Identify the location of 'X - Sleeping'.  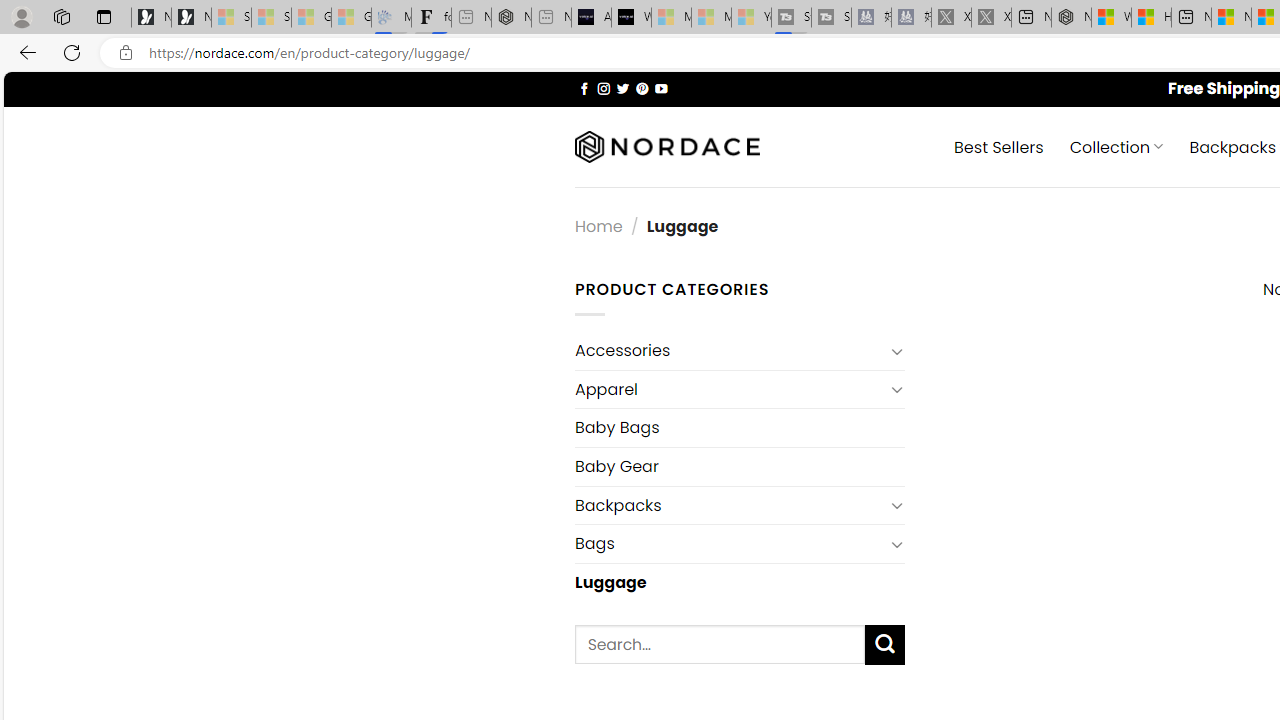
(991, 17).